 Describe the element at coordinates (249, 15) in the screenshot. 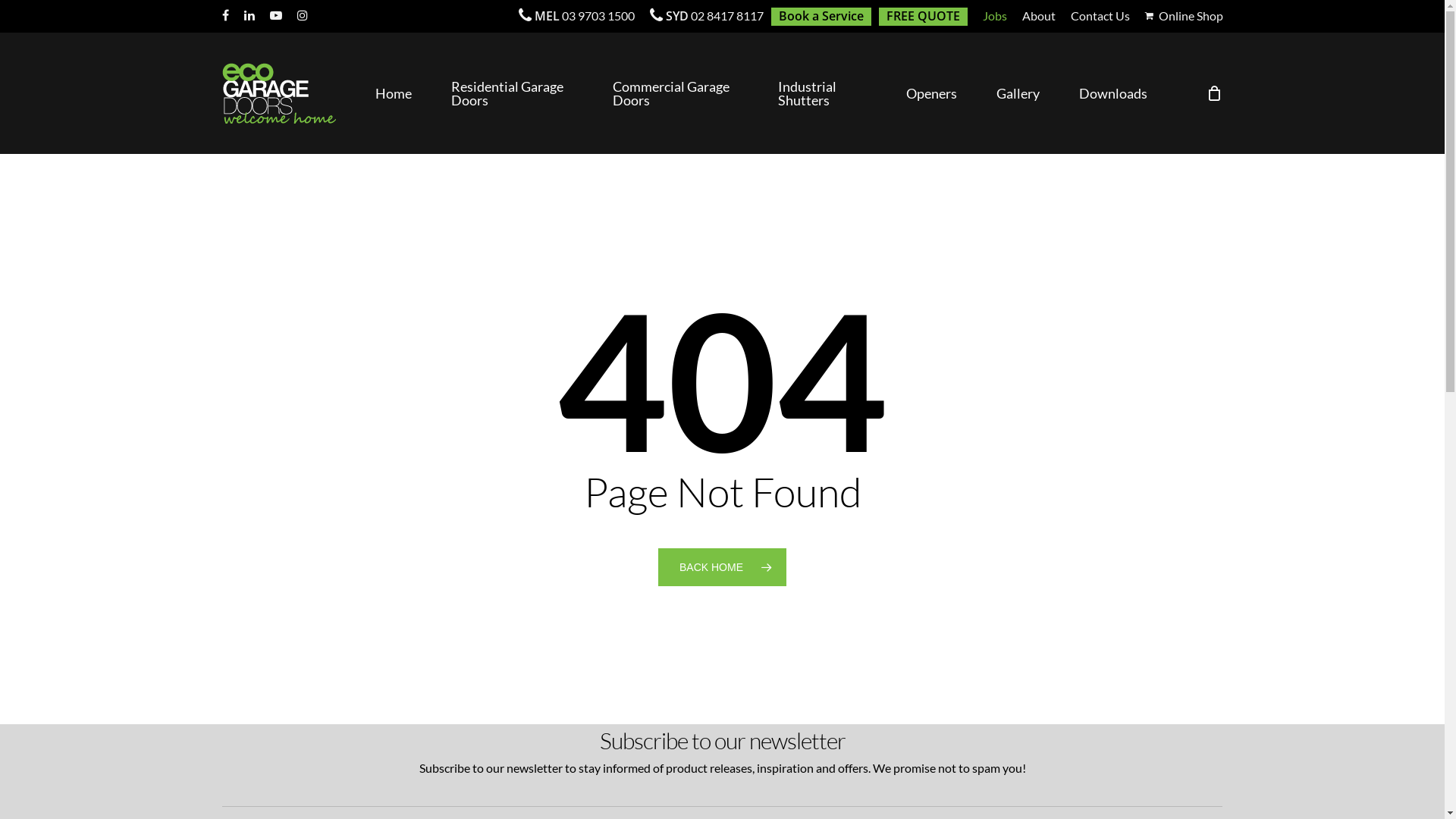

I see `'linkedin'` at that location.